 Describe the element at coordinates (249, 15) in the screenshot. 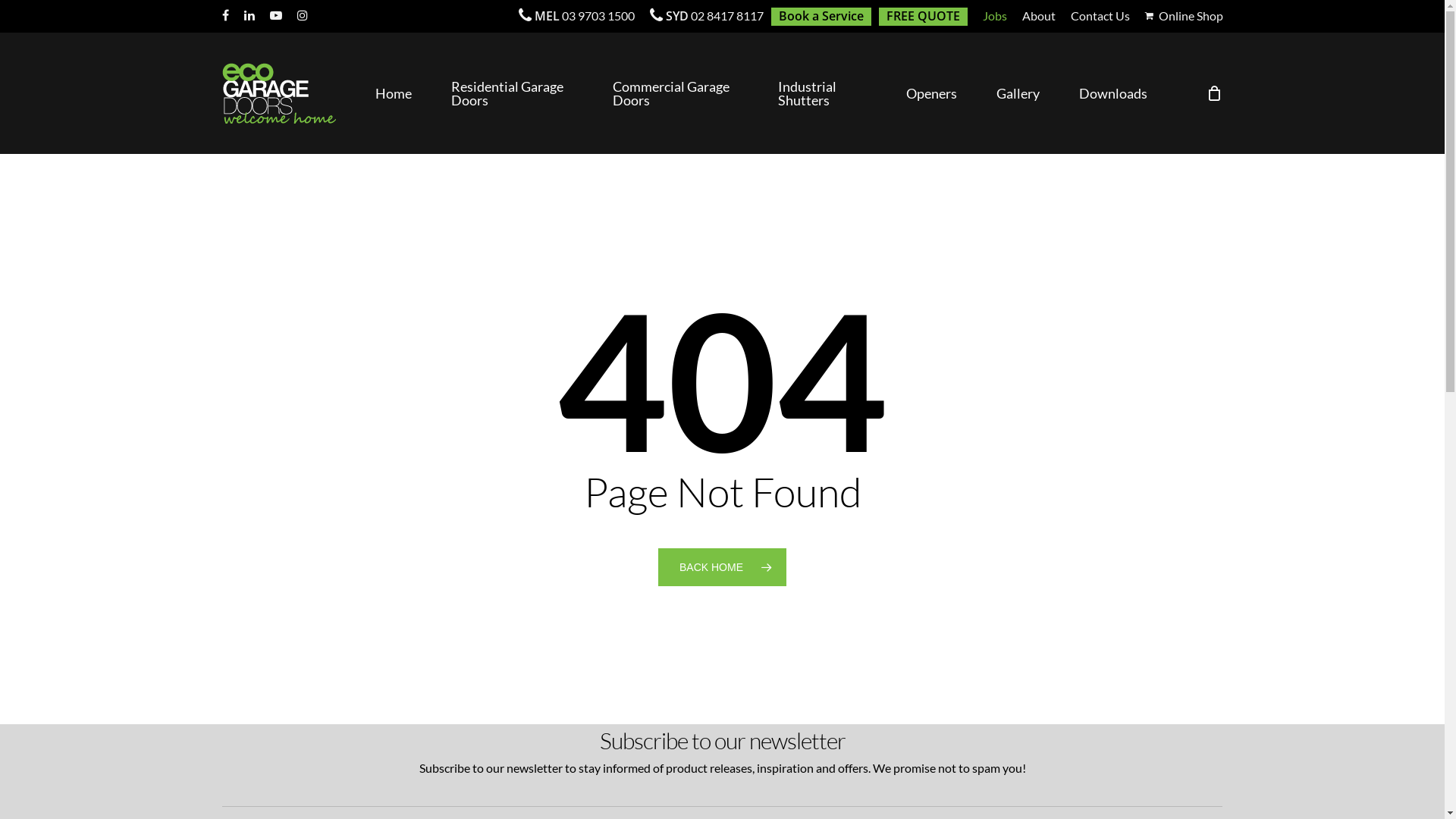

I see `'linkedin'` at that location.